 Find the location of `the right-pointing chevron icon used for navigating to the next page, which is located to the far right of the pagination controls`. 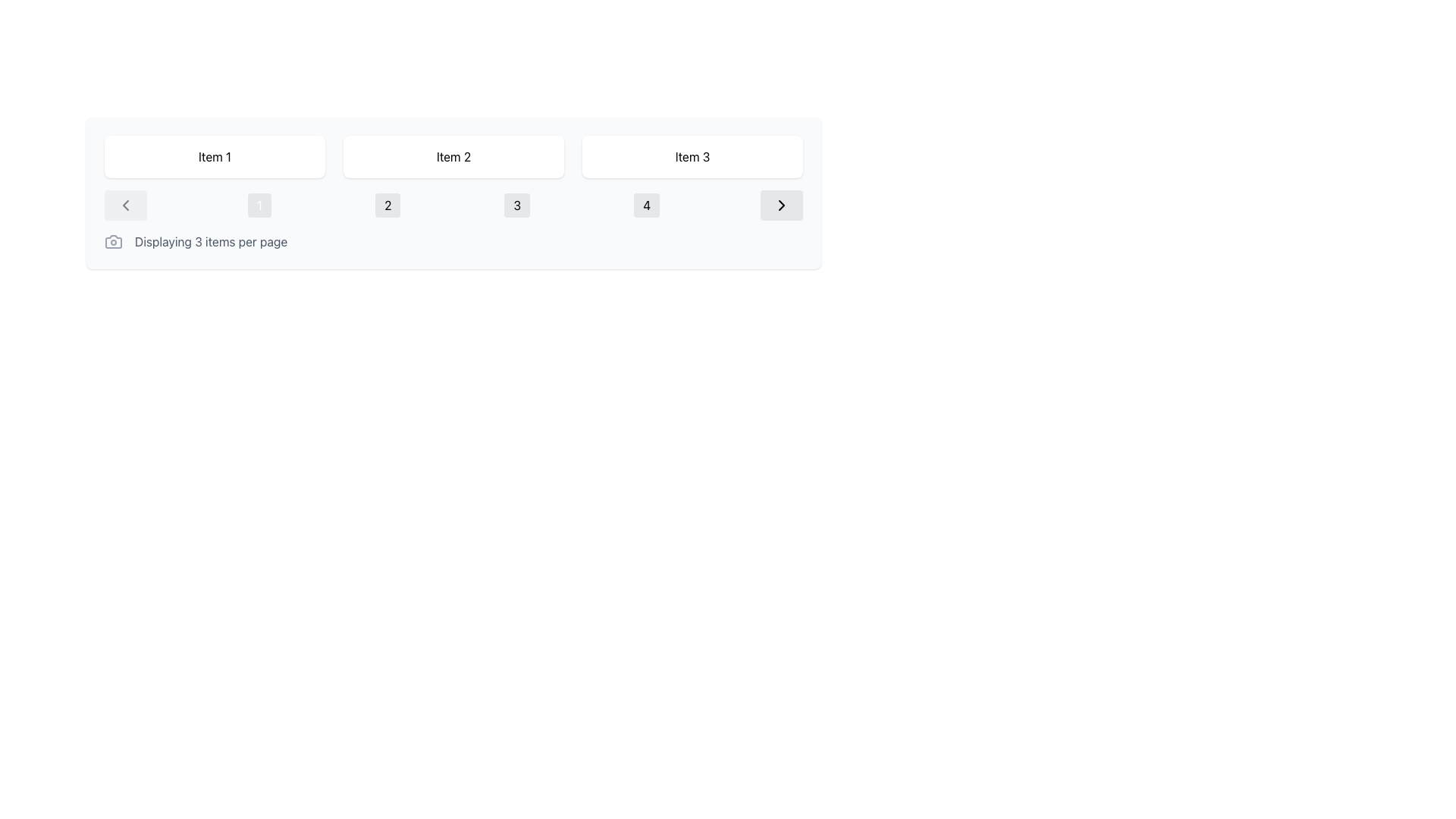

the right-pointing chevron icon used for navigating to the next page, which is located to the far right of the pagination controls is located at coordinates (782, 205).